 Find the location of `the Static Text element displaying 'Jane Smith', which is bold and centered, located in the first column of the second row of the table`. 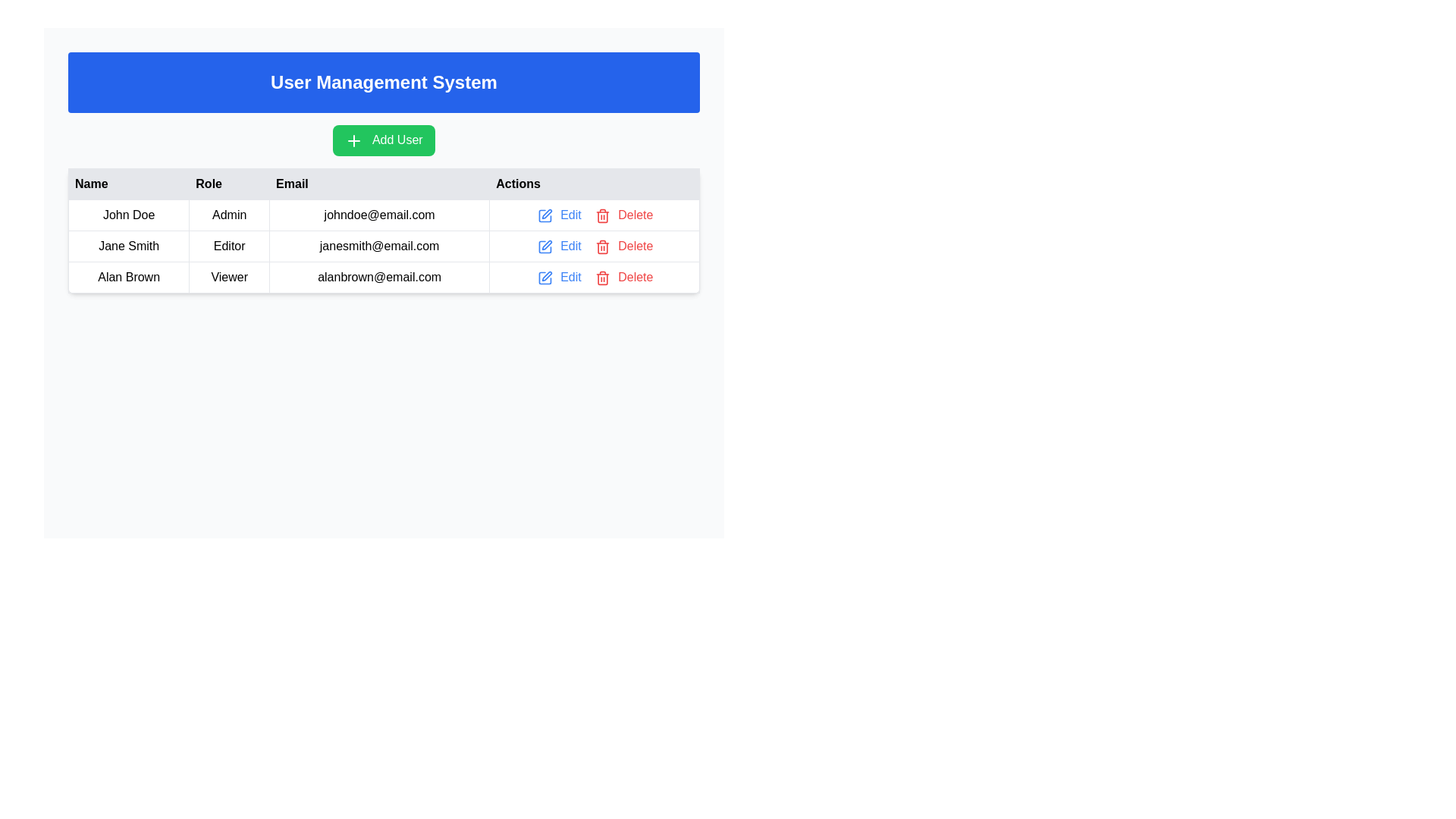

the Static Text element displaying 'Jane Smith', which is bold and centered, located in the first column of the second row of the table is located at coordinates (129, 245).